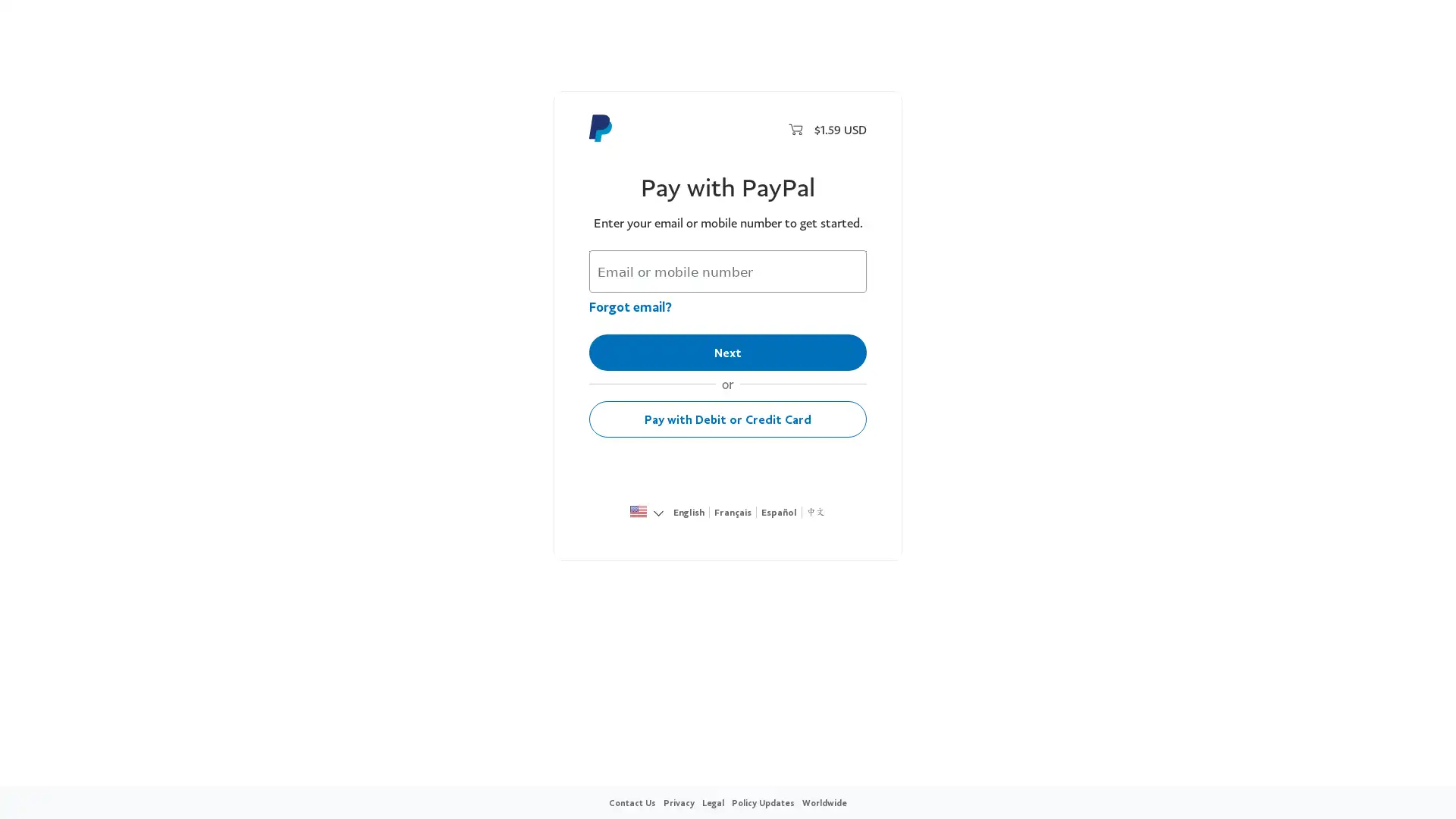 This screenshot has width=1456, height=819. Describe the element at coordinates (728, 419) in the screenshot. I see `Pay with Debit or Credit Card` at that location.